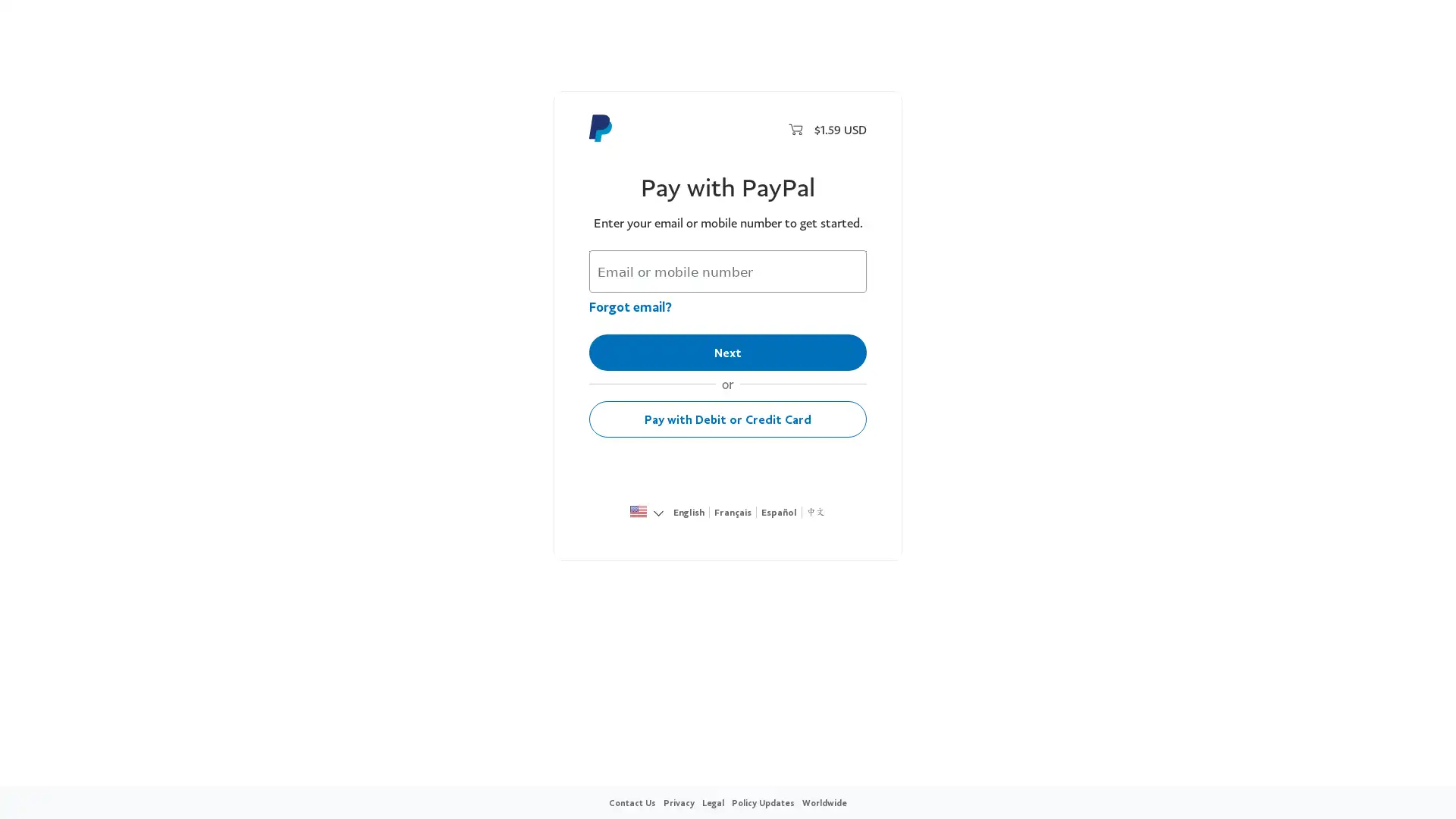 This screenshot has width=1456, height=819. Describe the element at coordinates (728, 419) in the screenshot. I see `Pay with Debit or Credit Card` at that location.